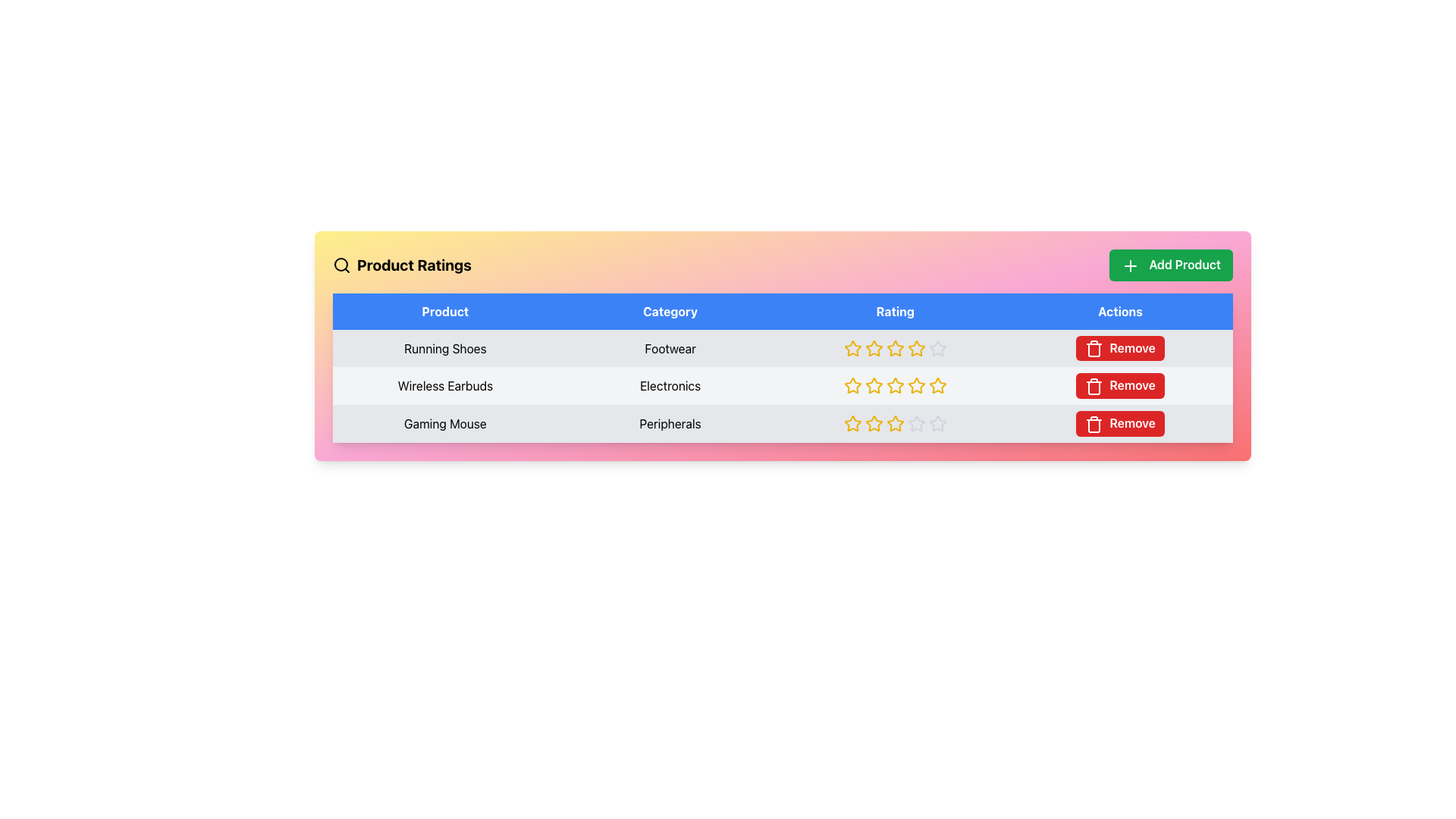 The width and height of the screenshot is (1456, 819). What do you see at coordinates (1094, 349) in the screenshot?
I see `the trash icon with a red background and white foreground, located in the 'Actions' column next to the 'Gaming Mouse' product entry` at bounding box center [1094, 349].